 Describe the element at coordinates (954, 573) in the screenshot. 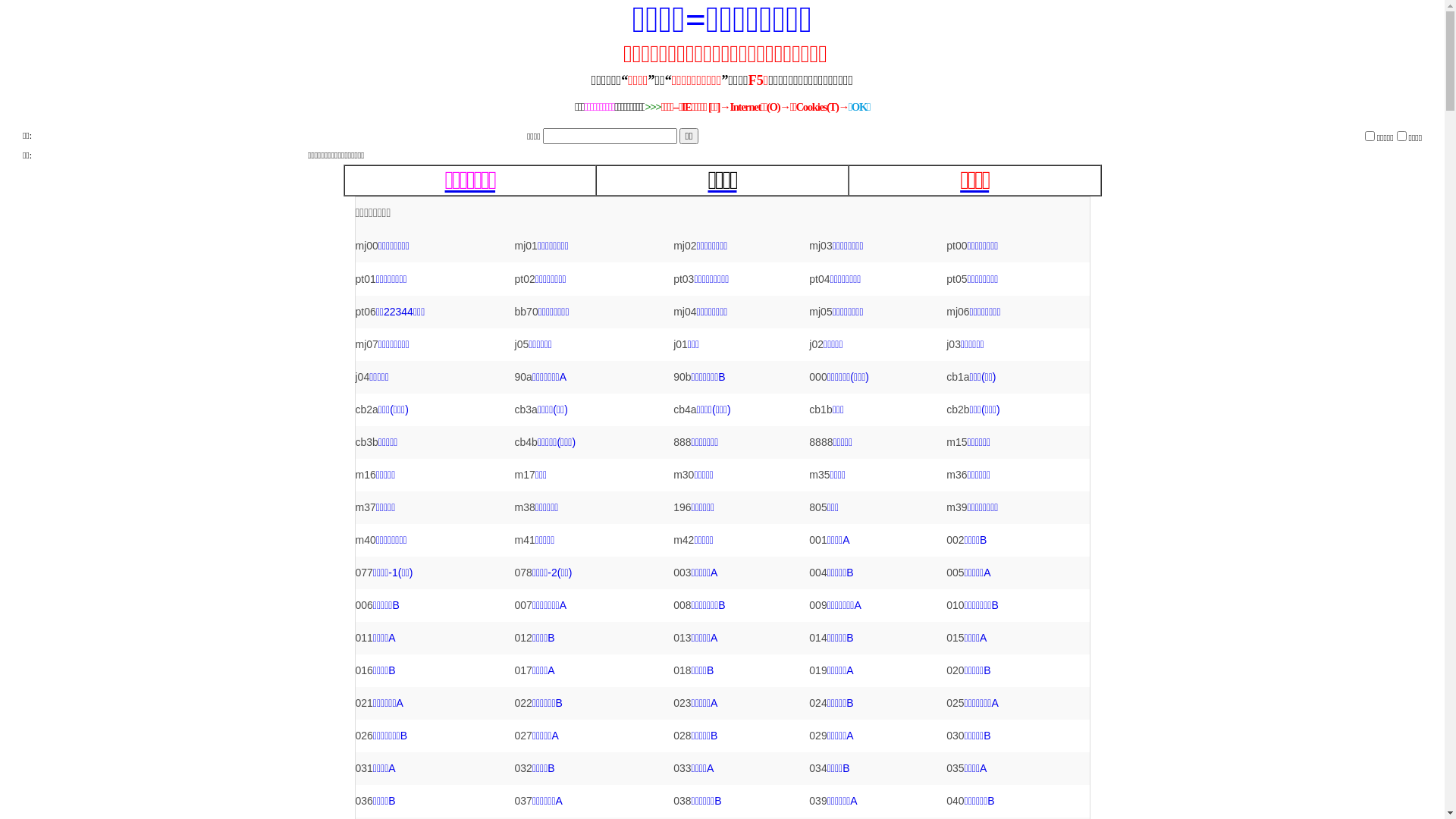

I see `'005'` at that location.